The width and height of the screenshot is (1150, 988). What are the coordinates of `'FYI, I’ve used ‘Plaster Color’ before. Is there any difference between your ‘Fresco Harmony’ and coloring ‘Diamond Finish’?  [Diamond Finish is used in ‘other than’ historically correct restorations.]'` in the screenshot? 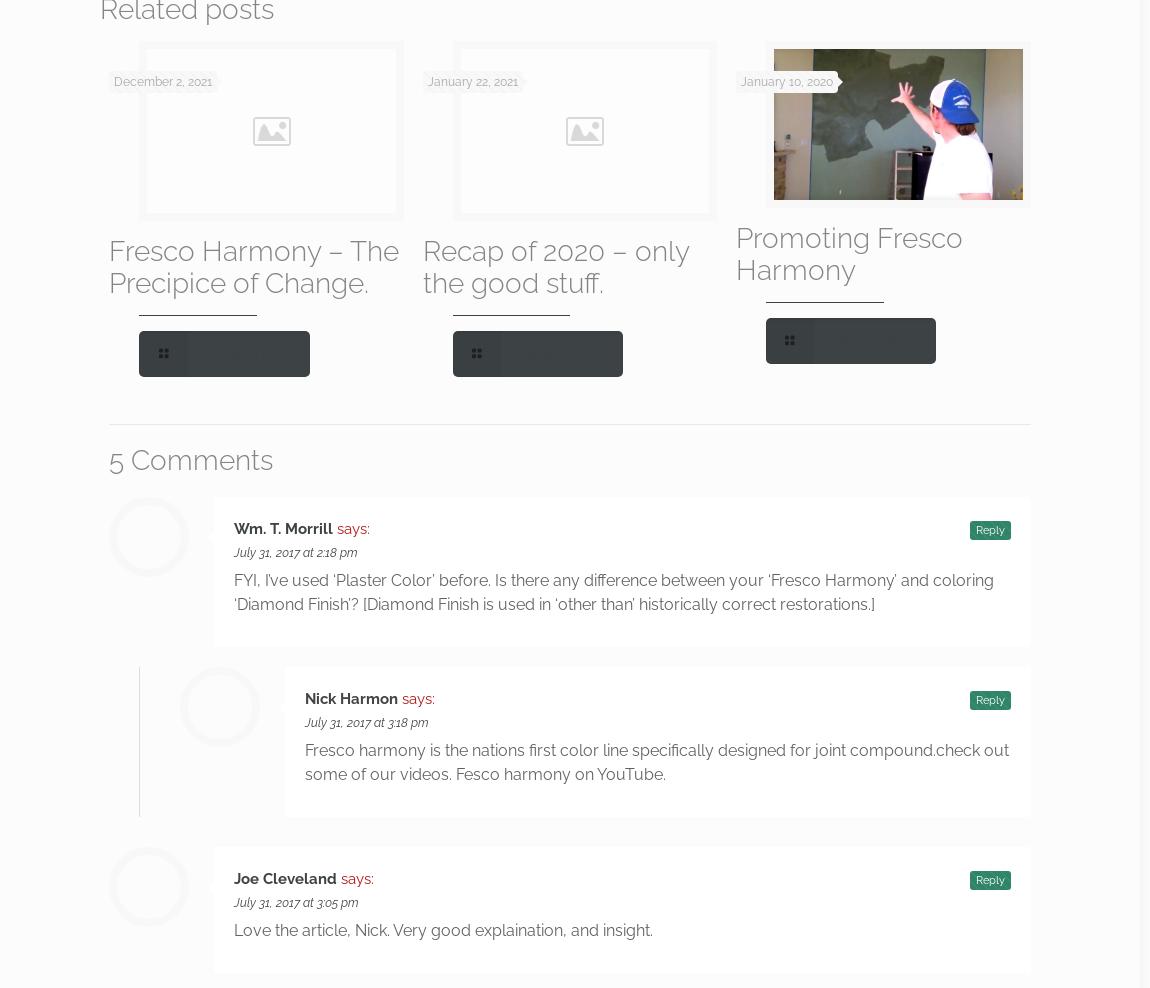 It's located at (612, 592).